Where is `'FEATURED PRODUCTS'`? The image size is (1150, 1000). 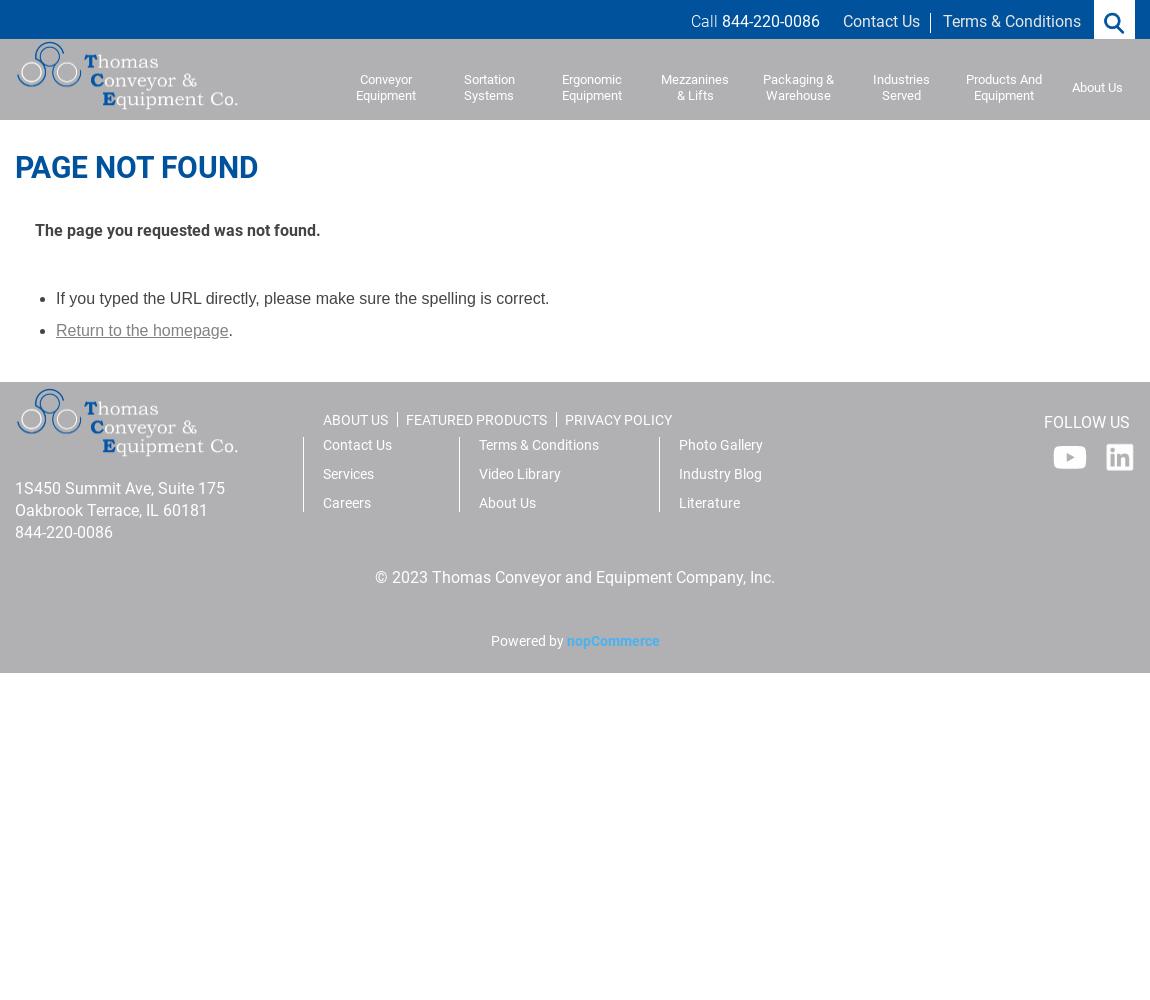 'FEATURED PRODUCTS' is located at coordinates (476, 420).